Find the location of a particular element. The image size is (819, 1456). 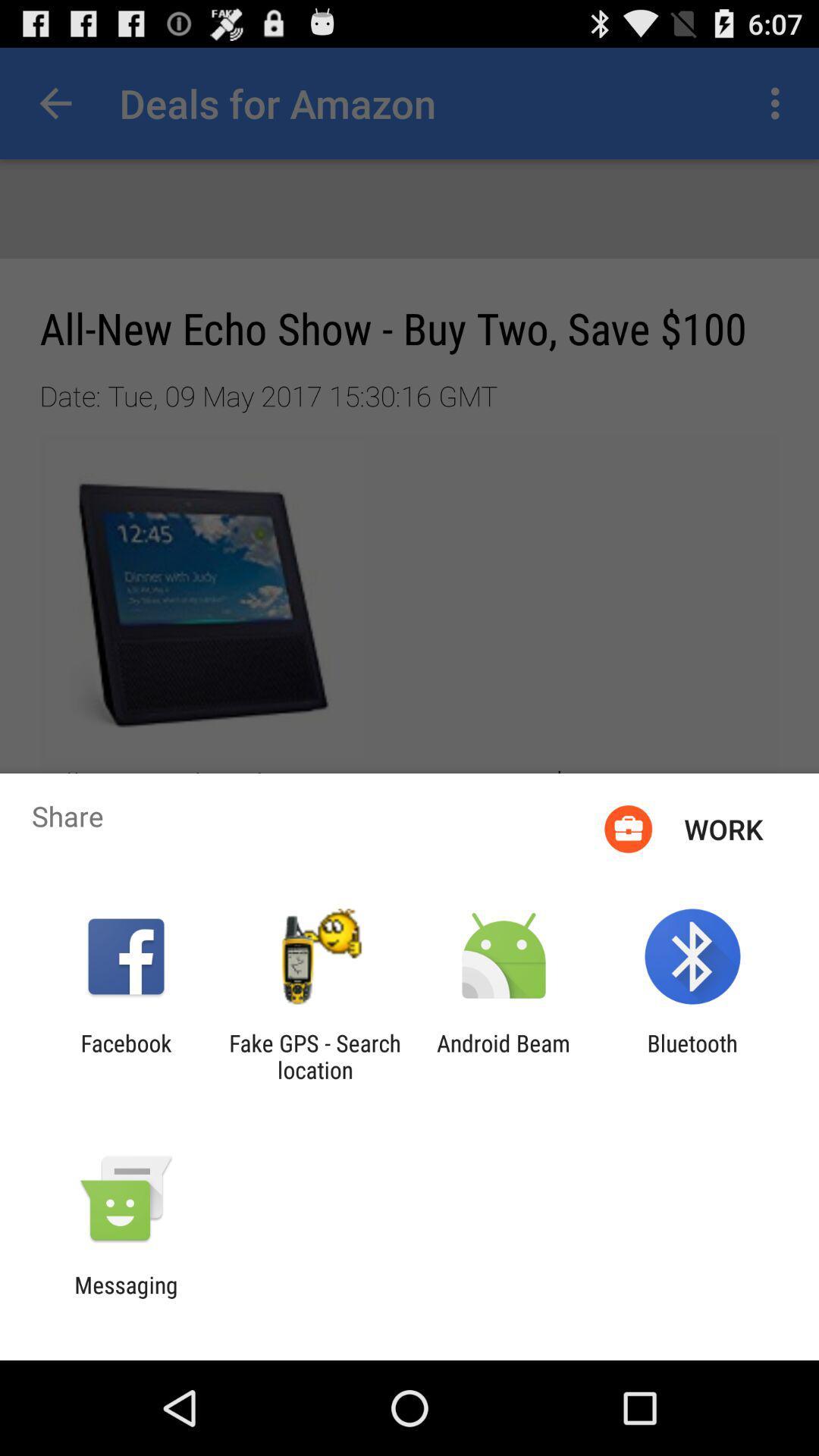

fake gps search item is located at coordinates (314, 1056).